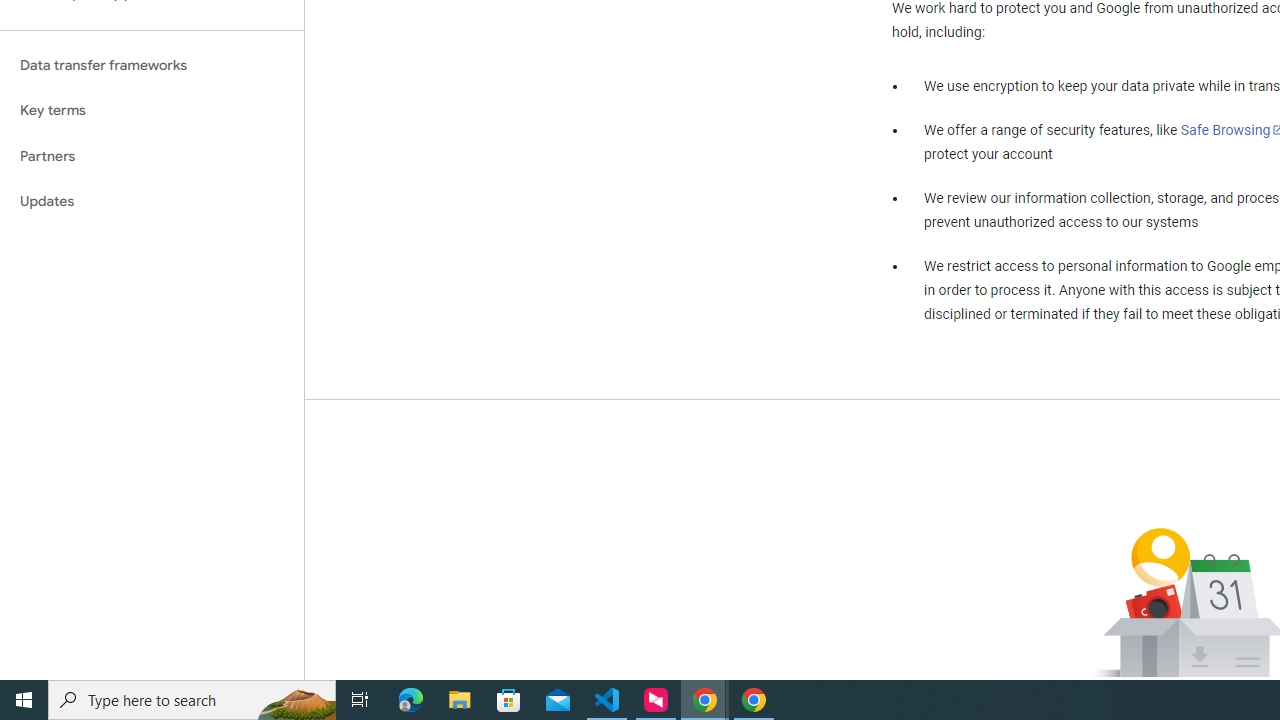 The image size is (1280, 720). What do you see at coordinates (151, 110) in the screenshot?
I see `'Key terms'` at bounding box center [151, 110].